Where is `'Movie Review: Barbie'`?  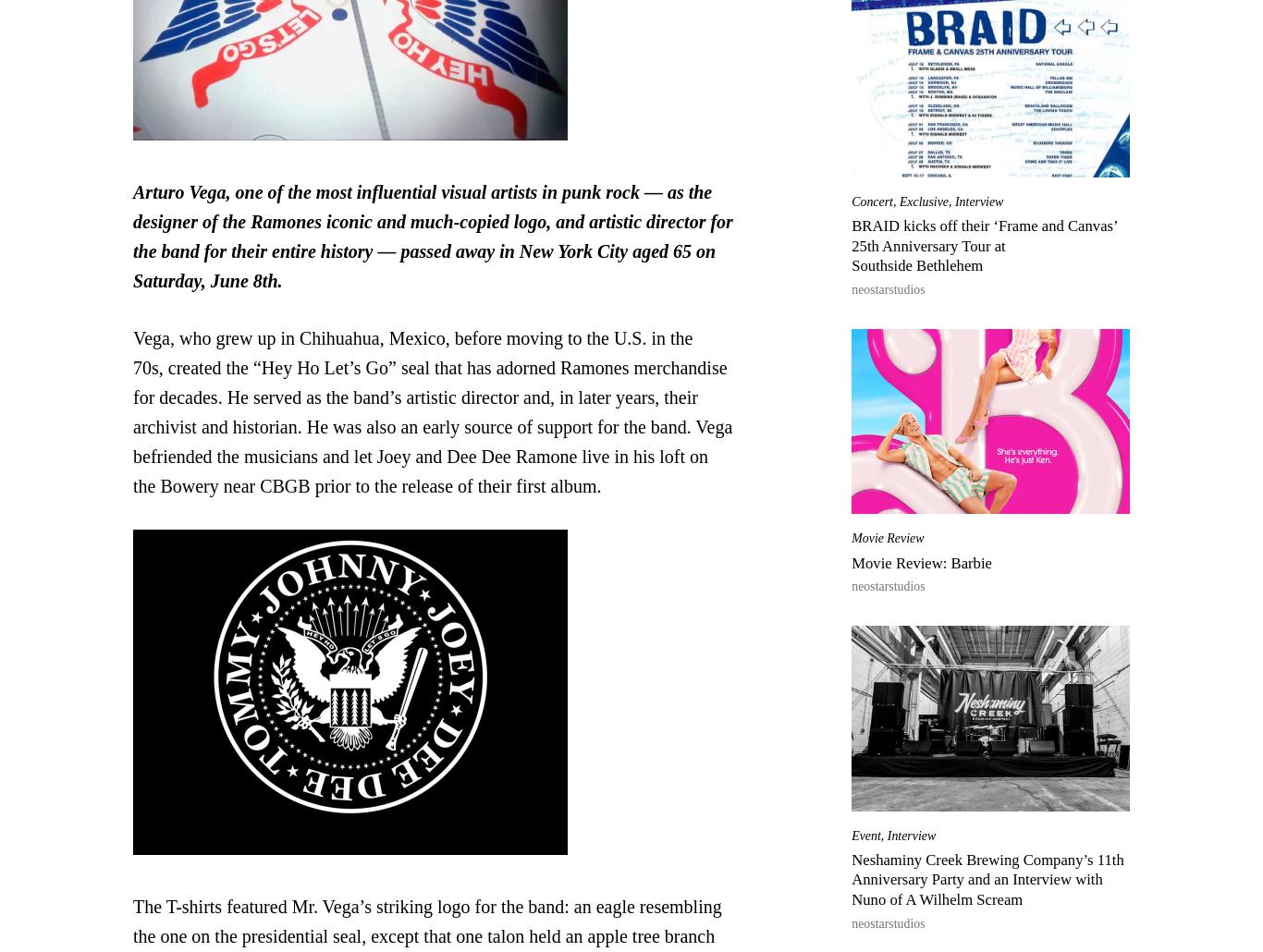 'Movie Review: Barbie' is located at coordinates (921, 561).